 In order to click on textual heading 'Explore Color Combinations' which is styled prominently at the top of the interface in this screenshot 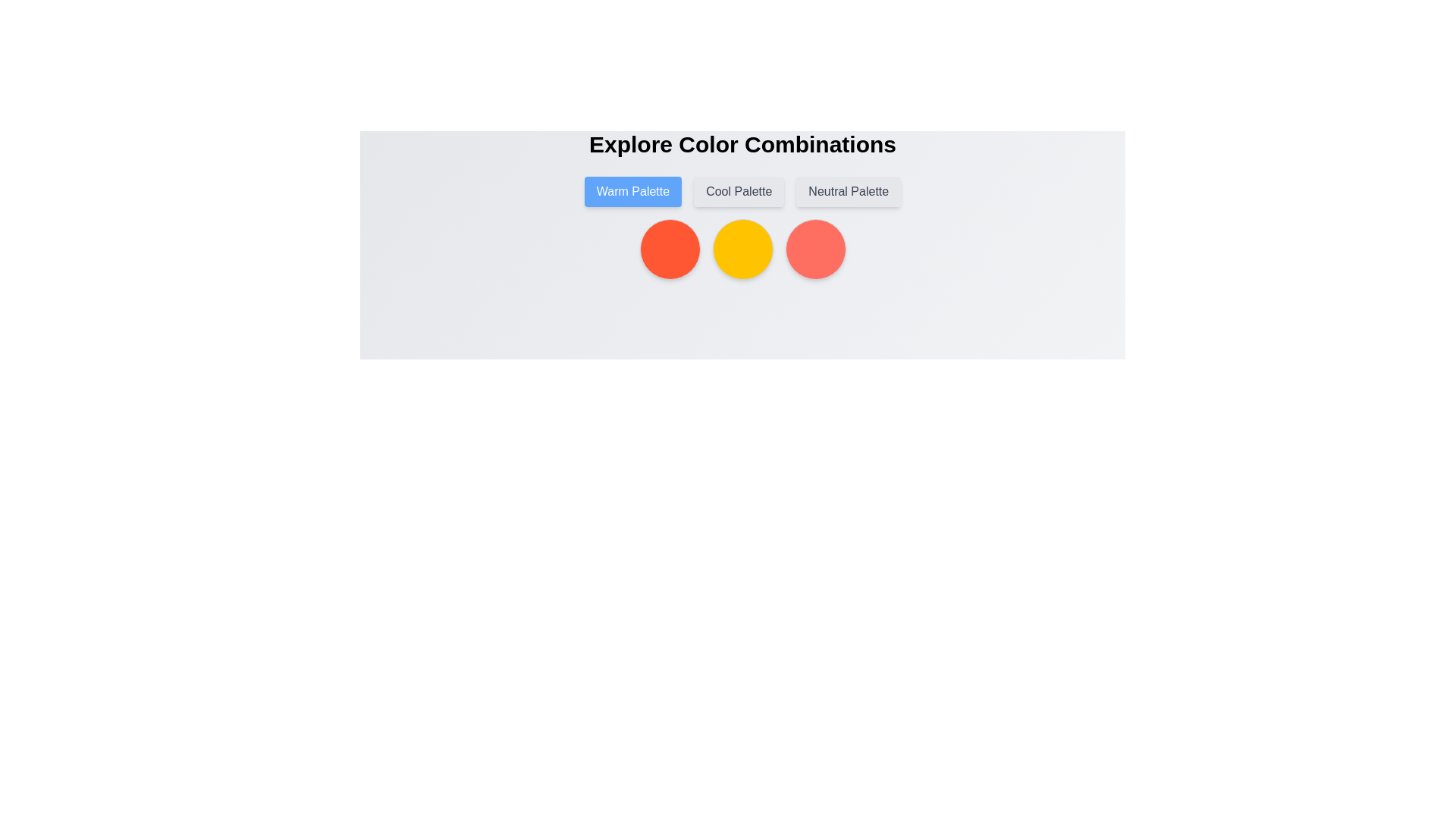, I will do `click(742, 145)`.